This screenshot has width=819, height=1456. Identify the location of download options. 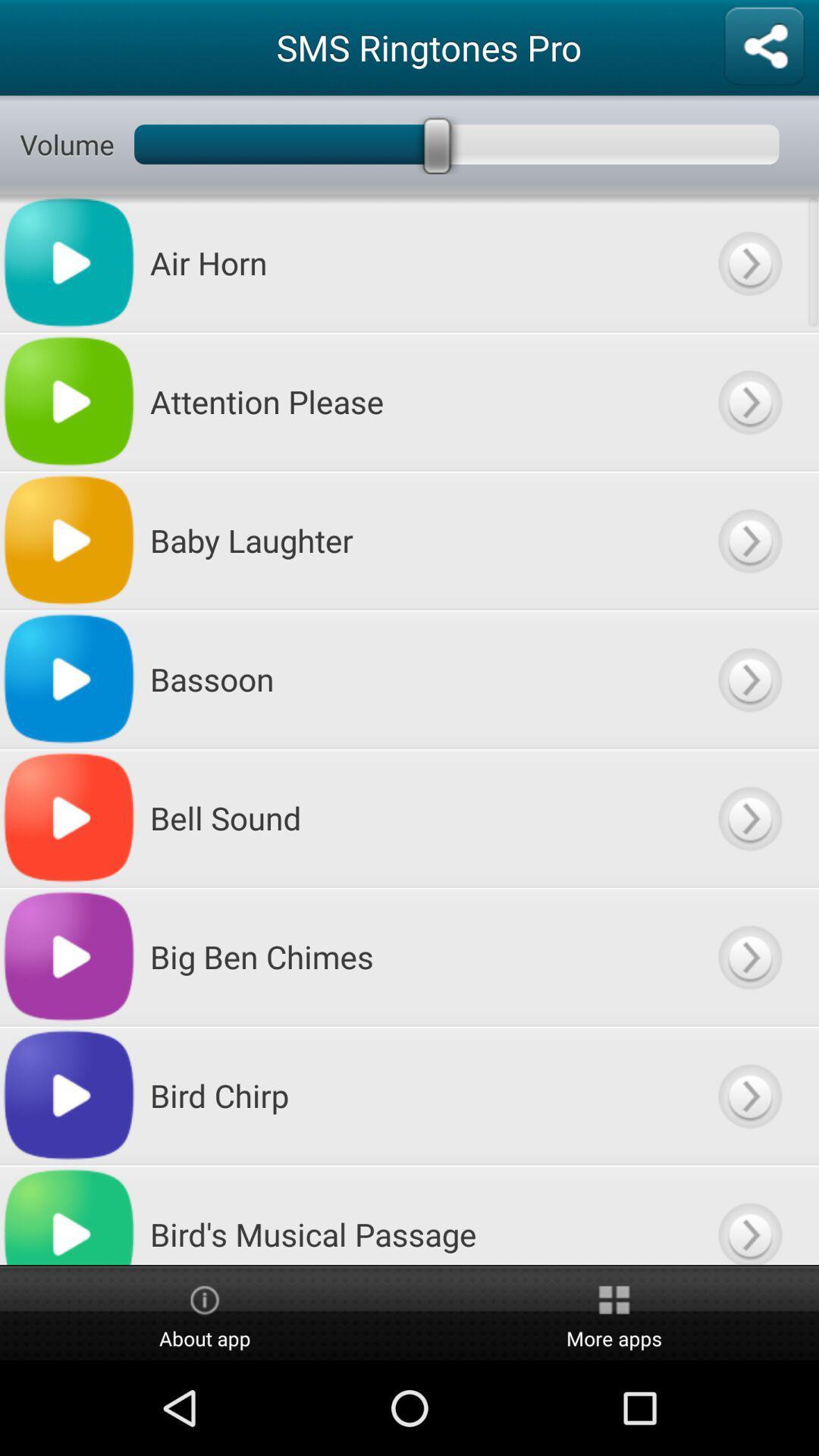
(748, 678).